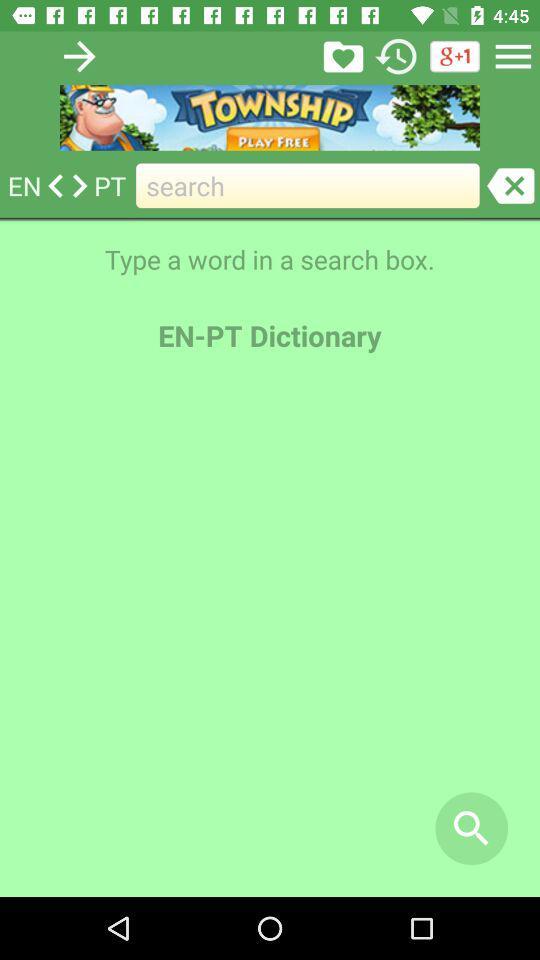 This screenshot has height=960, width=540. I want to click on the app below type a word app, so click(471, 828).